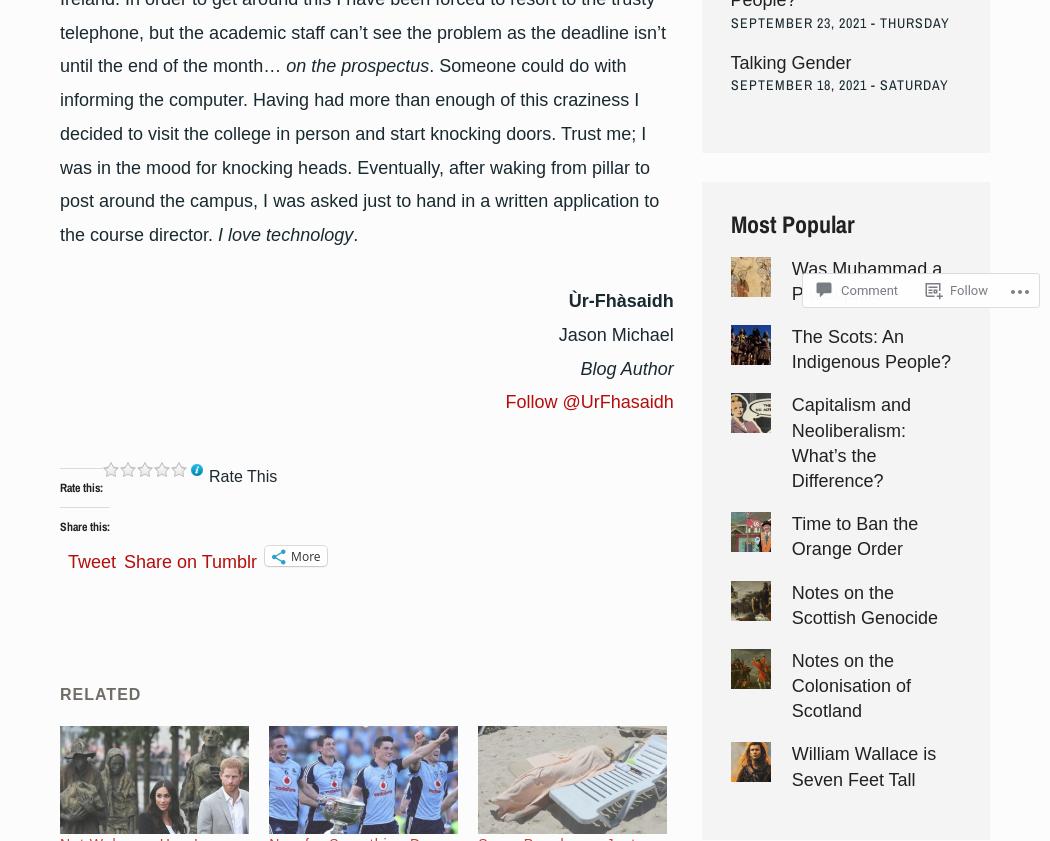  What do you see at coordinates (854, 536) in the screenshot?
I see `'Time to Ban the Orange Order'` at bounding box center [854, 536].